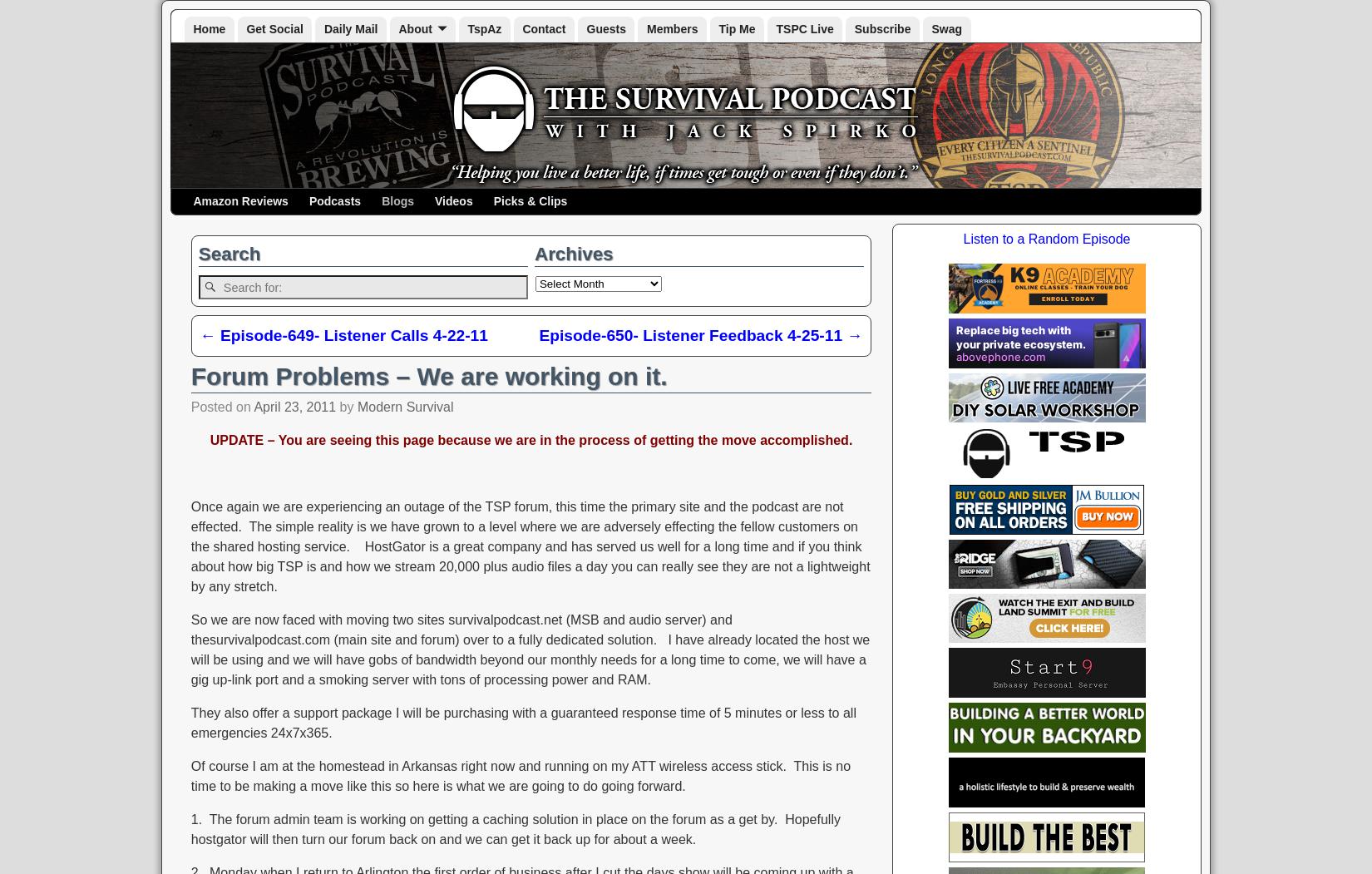  Describe the element at coordinates (692, 333) in the screenshot. I see `'Episode-650- Listener Feedback 4-25-11'` at that location.